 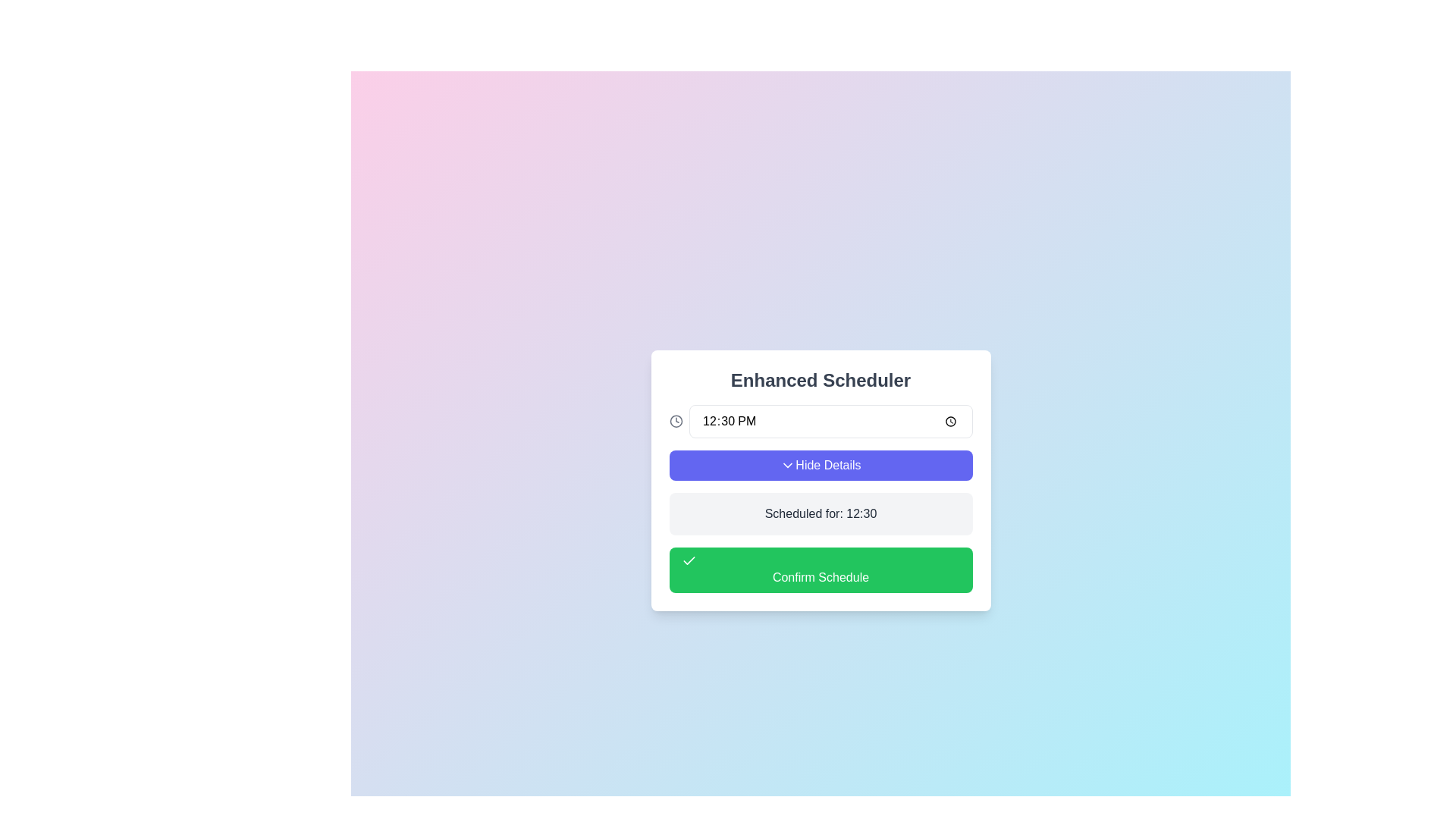 What do you see at coordinates (688, 560) in the screenshot?
I see `the green button labeled 'Confirm Schedule' which contains the checkmark icon by moving the cursor to its center point` at bounding box center [688, 560].